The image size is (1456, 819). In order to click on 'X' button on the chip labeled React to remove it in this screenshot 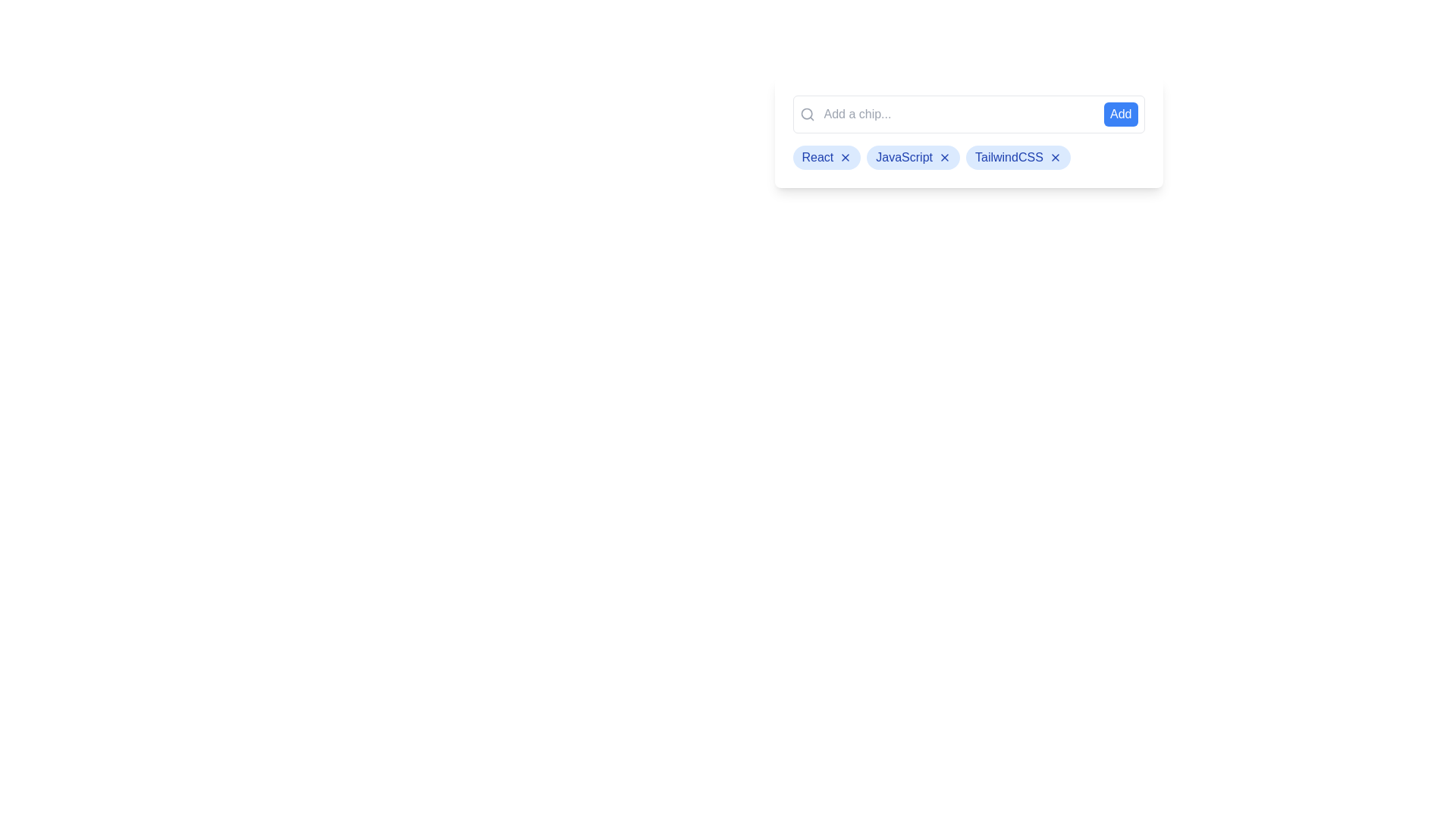, I will do `click(845, 158)`.